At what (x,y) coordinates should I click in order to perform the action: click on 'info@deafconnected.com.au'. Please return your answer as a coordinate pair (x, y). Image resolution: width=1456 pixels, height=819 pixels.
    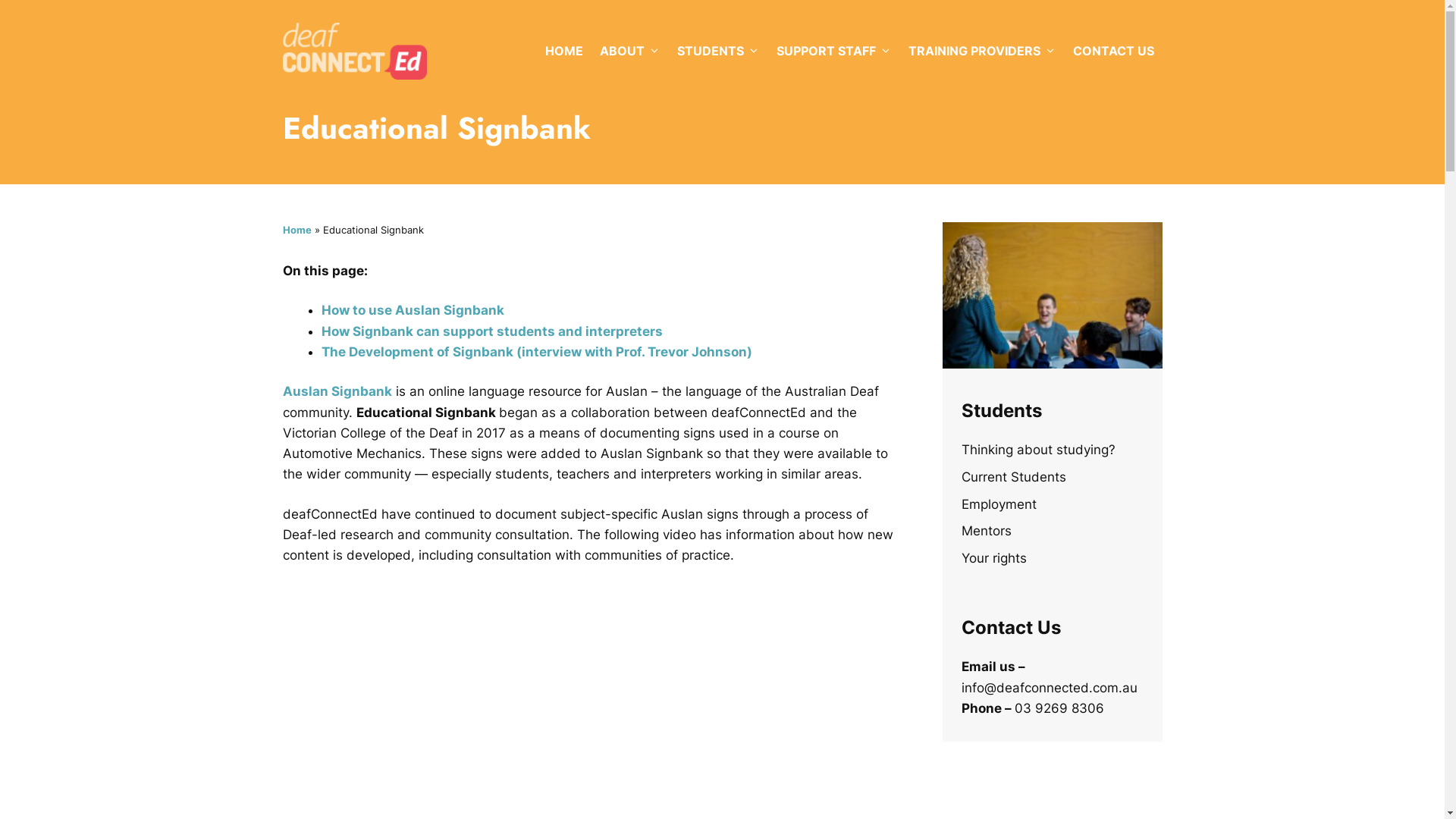
    Looking at the image, I should click on (1048, 687).